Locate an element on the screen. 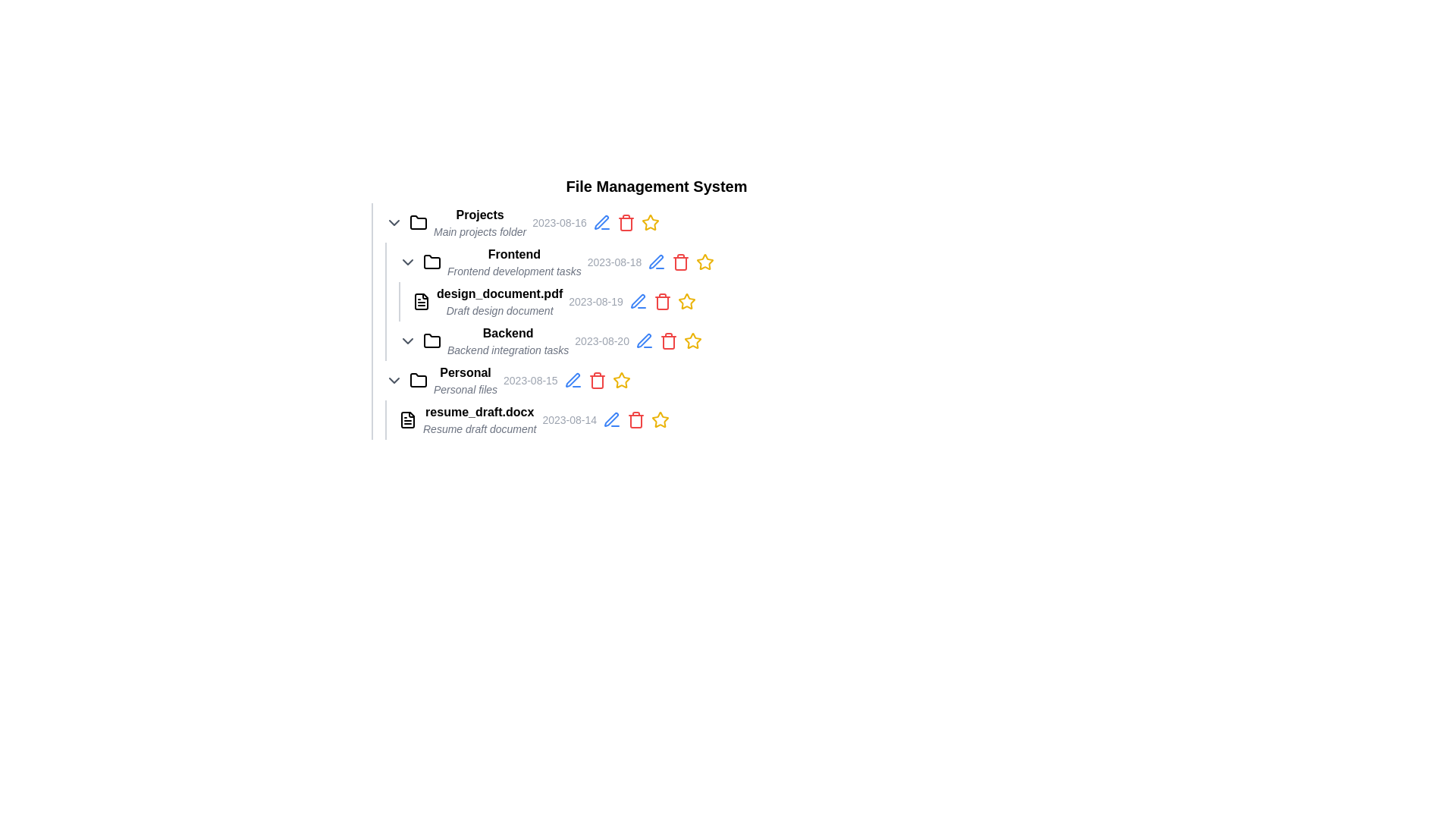 Image resolution: width=1456 pixels, height=819 pixels. the Text label that provides additional context about the document 'resume_draft.docx' in the file management system under the 'Personal' folder is located at coordinates (479, 429).